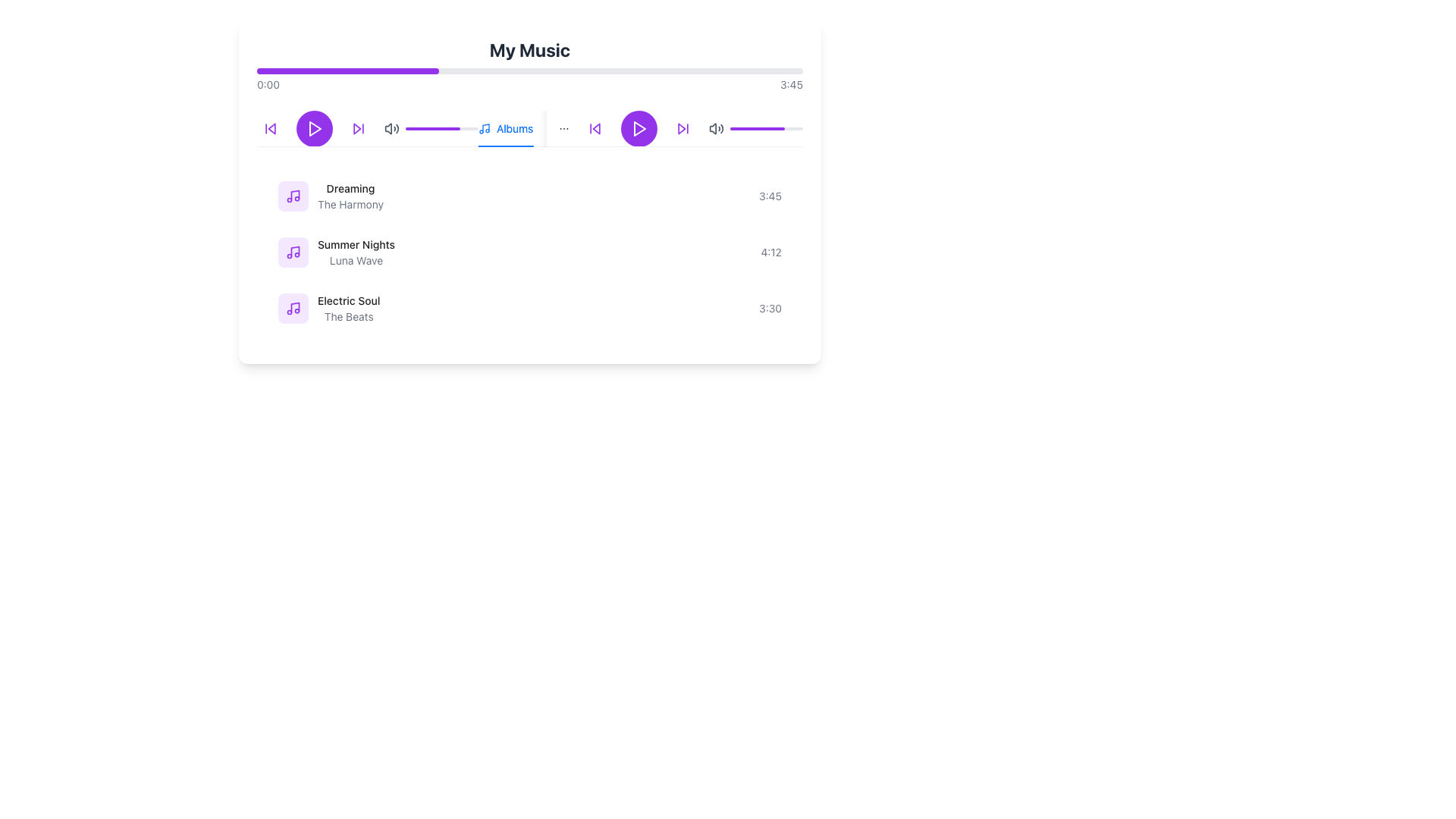 The height and width of the screenshot is (819, 1456). Describe the element at coordinates (293, 308) in the screenshot. I see `the static icon representing the content type for the music track 'Electric Soul'` at that location.